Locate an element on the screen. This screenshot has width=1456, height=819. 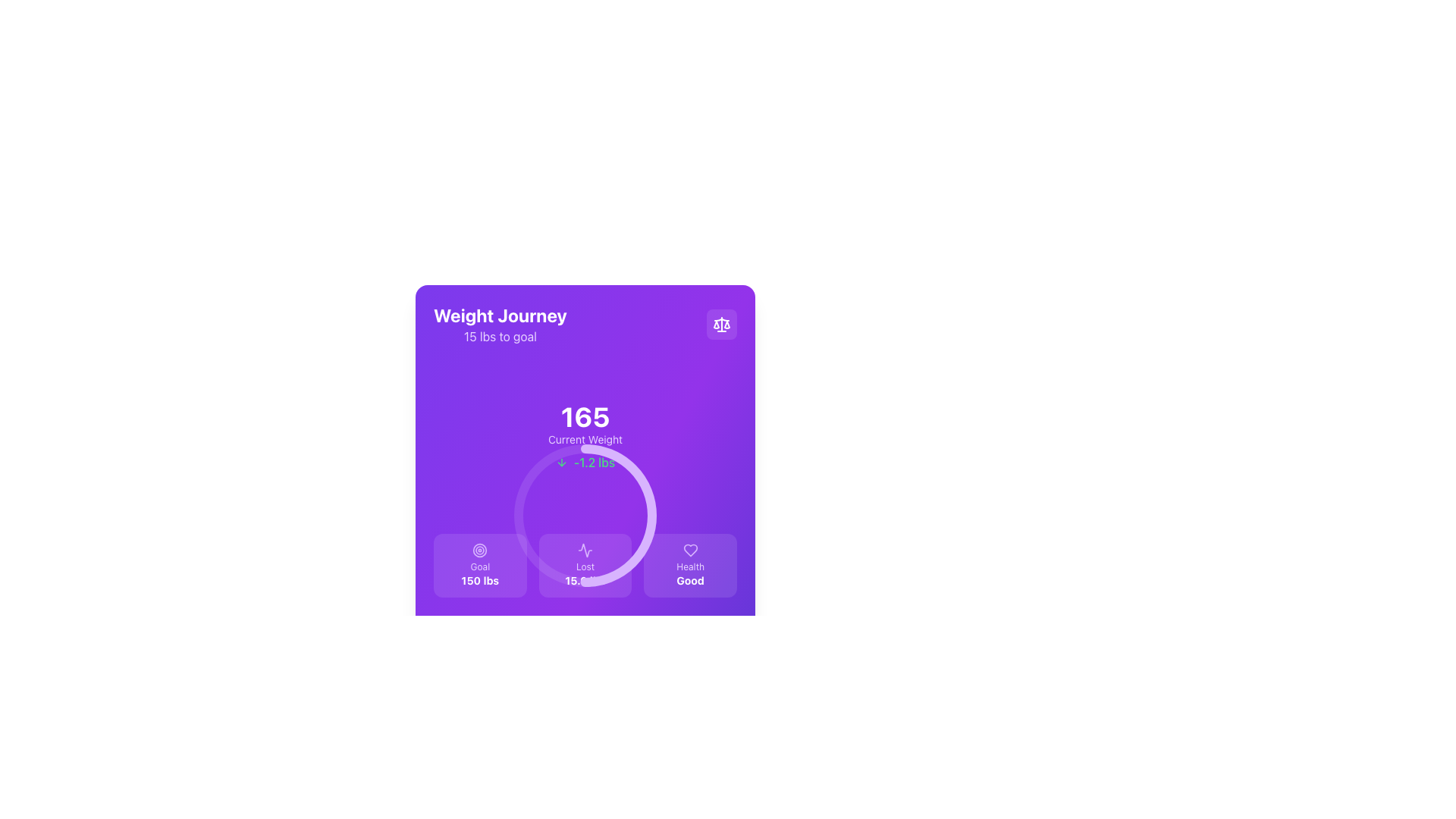
the 'Lost' icon, which is the central icon in a panel of three at the bottom of the card, positioned between the 'Goal' and 'Health' icons is located at coordinates (585, 550).